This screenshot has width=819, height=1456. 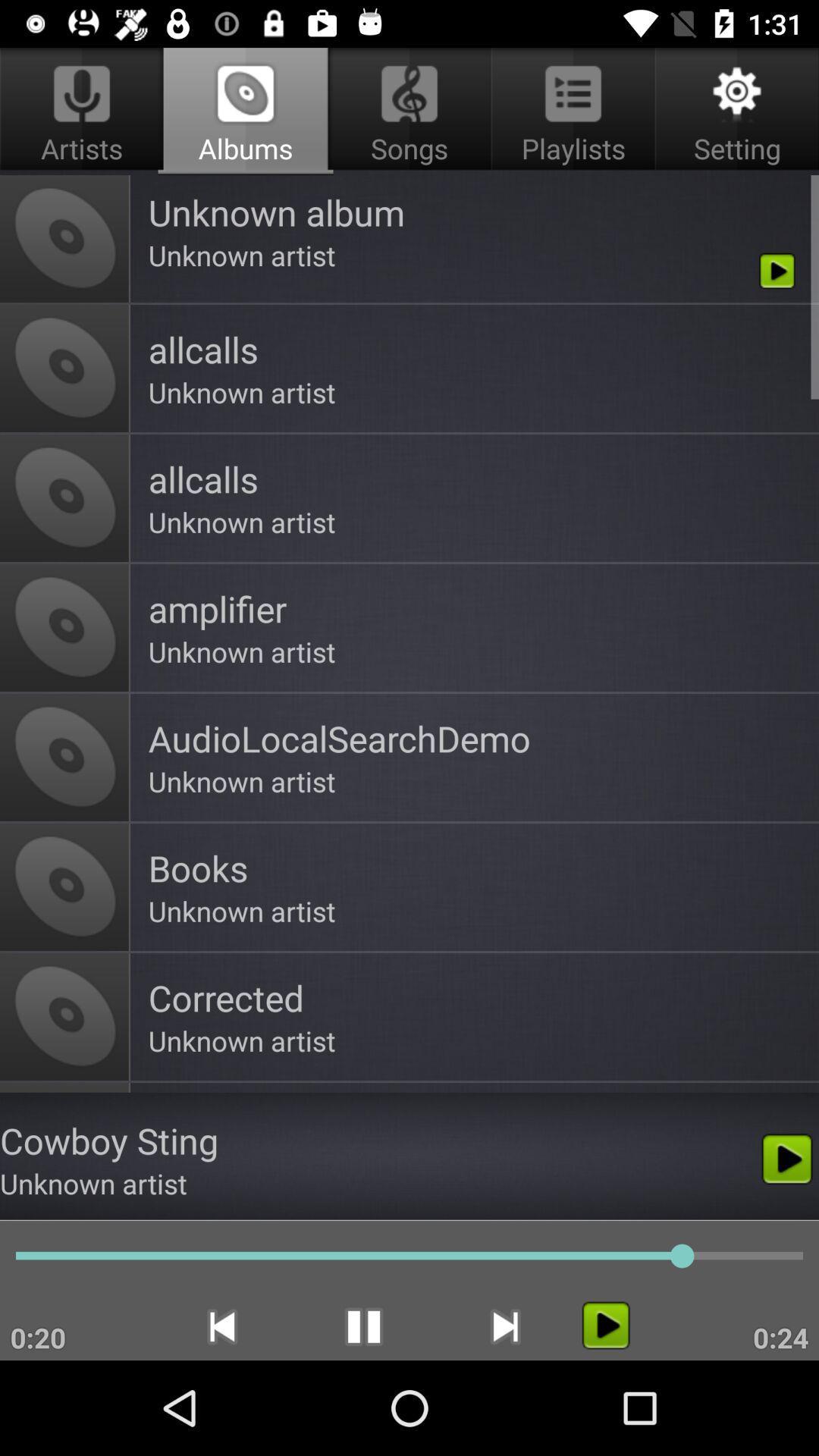 I want to click on app to the right of albums app, so click(x=573, y=111).